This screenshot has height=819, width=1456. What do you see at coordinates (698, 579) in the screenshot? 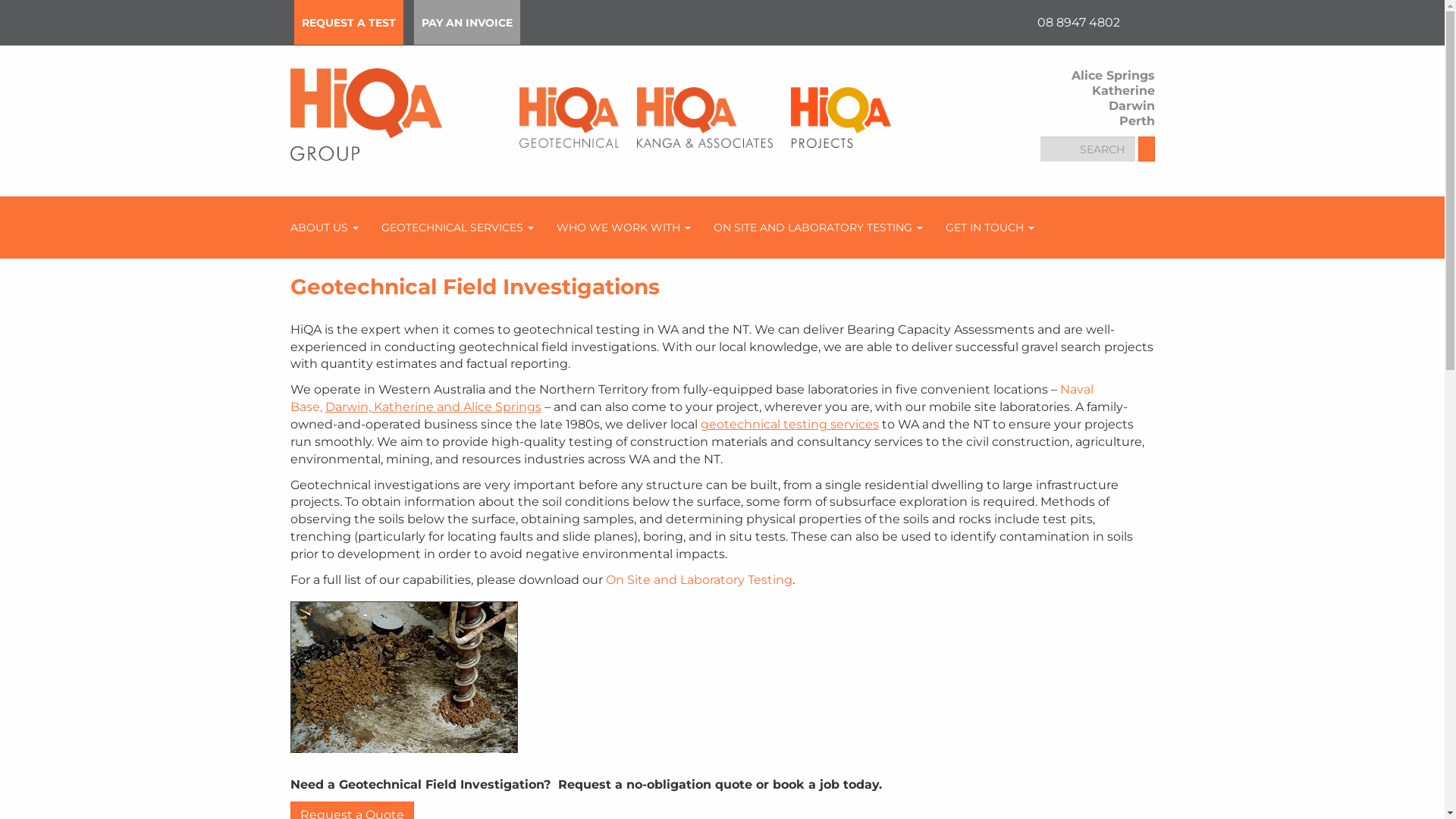
I see `'On Site and Laboratory Testing'` at bounding box center [698, 579].